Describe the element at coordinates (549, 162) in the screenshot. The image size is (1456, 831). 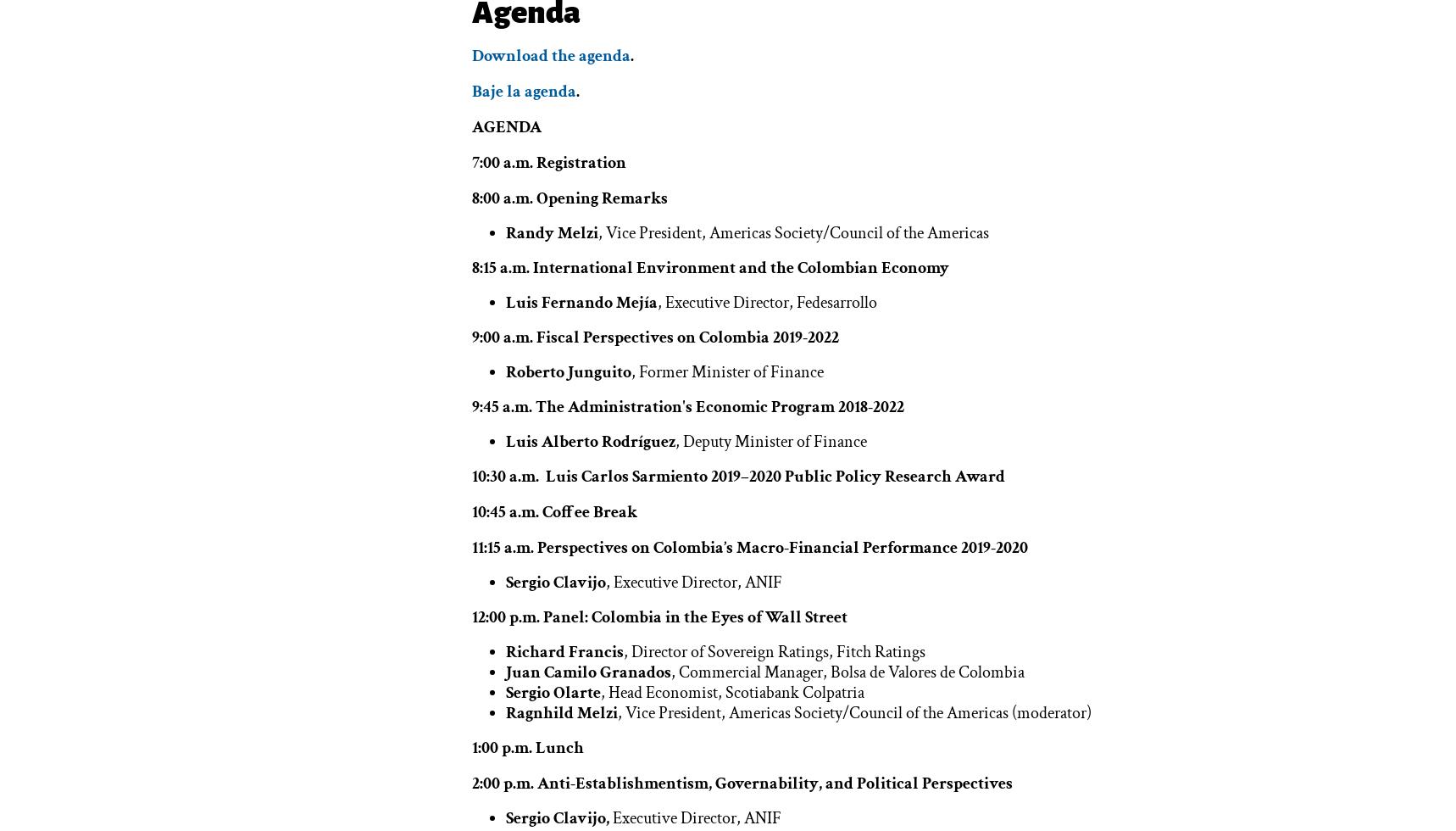
I see `'7:00 a.m. Registration'` at that location.